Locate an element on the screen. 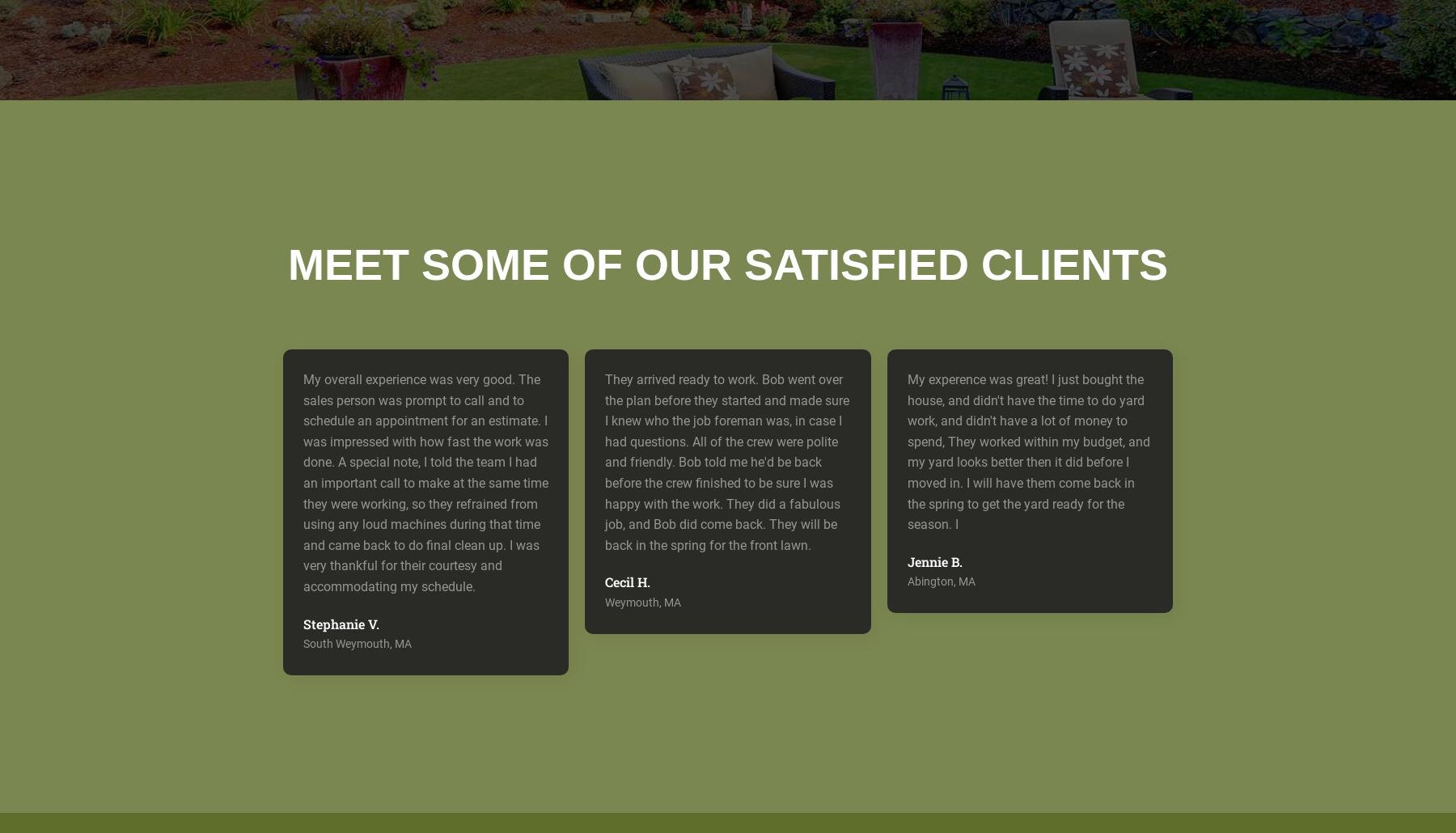  'Jennie B.' is located at coordinates (933, 560).